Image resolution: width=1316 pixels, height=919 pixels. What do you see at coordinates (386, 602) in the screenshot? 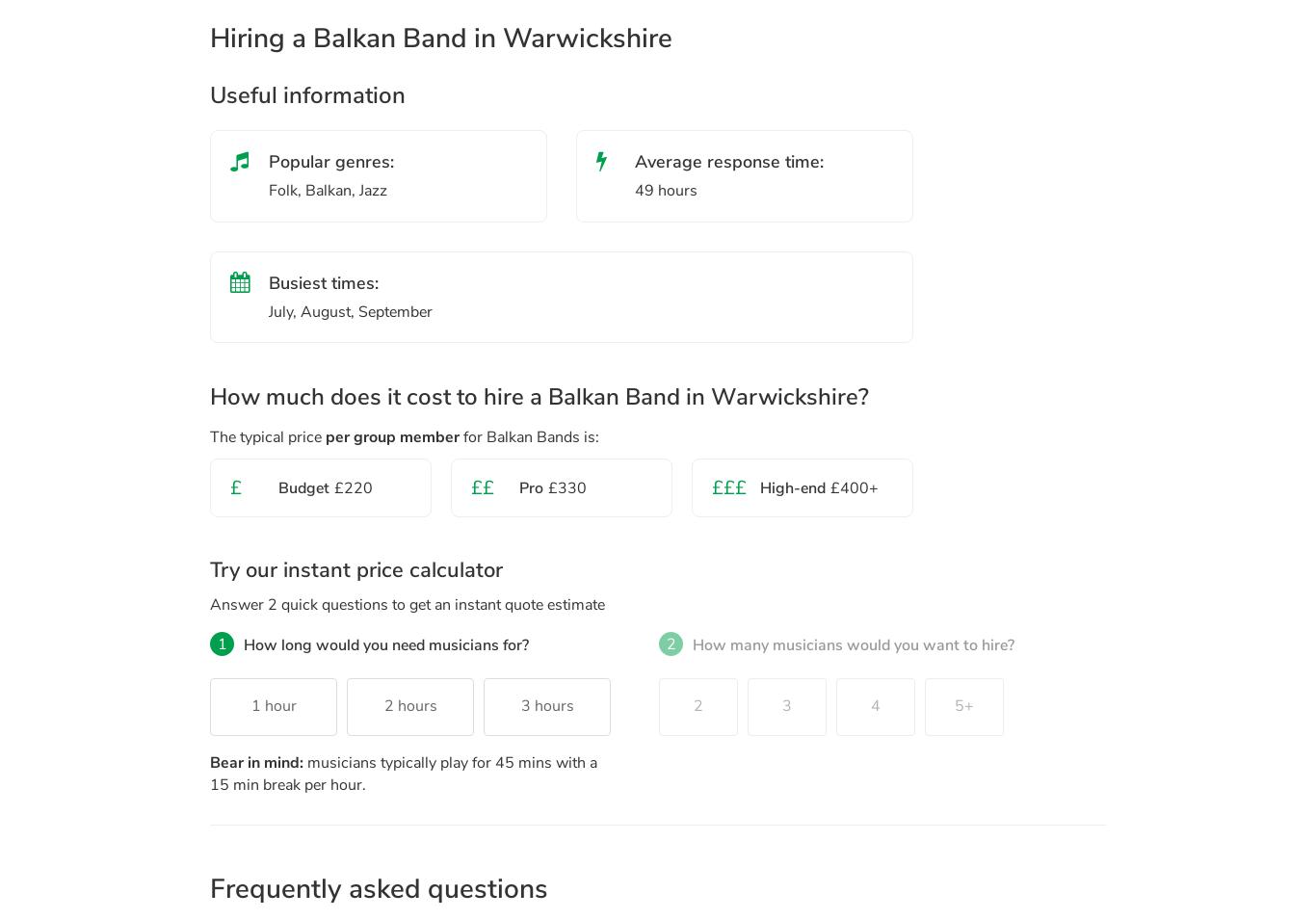
I see `'to get an instant quote estimate'` at bounding box center [386, 602].